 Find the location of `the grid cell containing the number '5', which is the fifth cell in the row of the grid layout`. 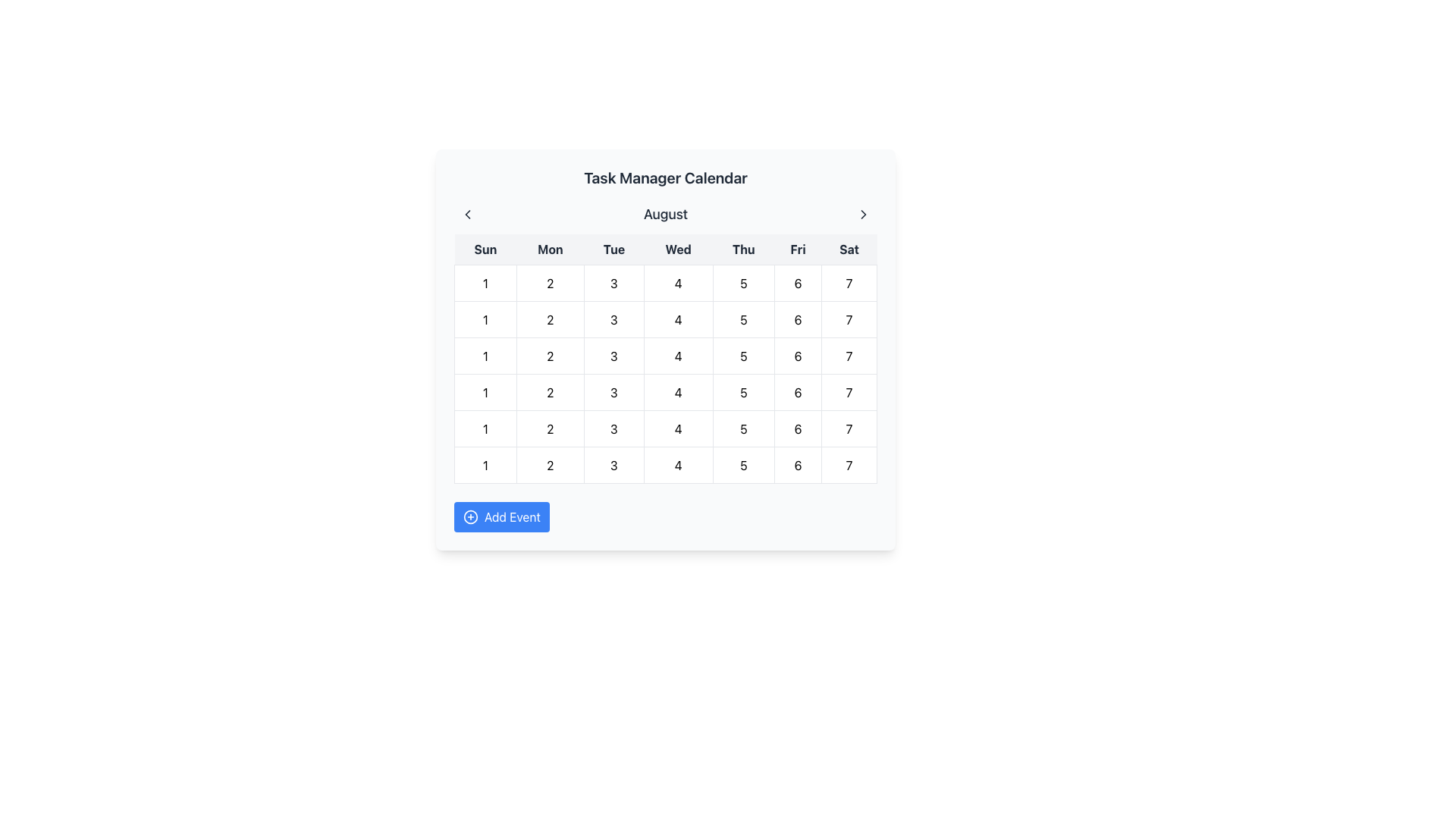

the grid cell containing the number '5', which is the fifth cell in the row of the grid layout is located at coordinates (743, 464).